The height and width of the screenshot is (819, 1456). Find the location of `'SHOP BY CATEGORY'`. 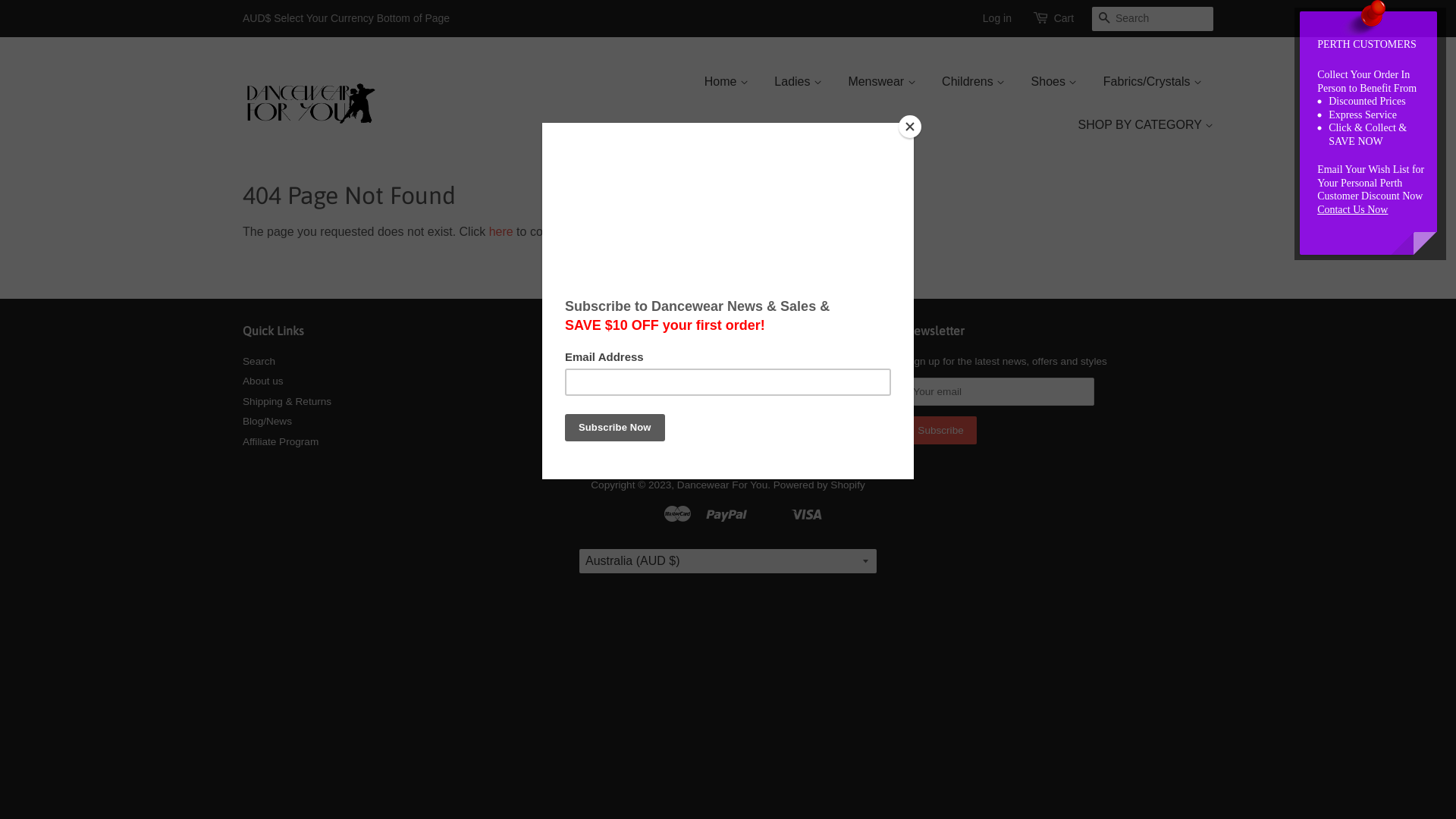

'SHOP BY CATEGORY' is located at coordinates (1139, 124).